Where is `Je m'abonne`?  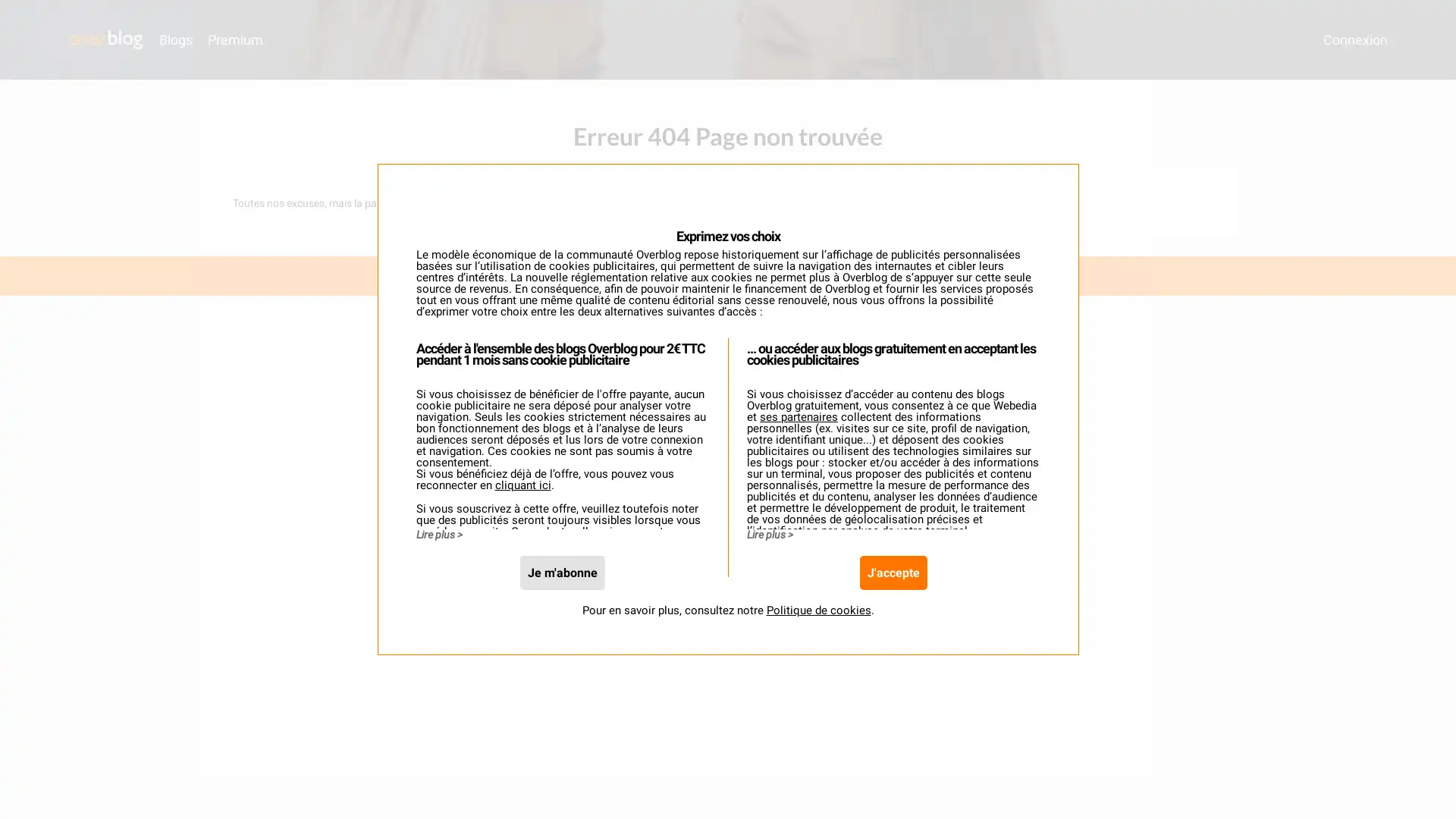
Je m'abonne is located at coordinates (560, 591).